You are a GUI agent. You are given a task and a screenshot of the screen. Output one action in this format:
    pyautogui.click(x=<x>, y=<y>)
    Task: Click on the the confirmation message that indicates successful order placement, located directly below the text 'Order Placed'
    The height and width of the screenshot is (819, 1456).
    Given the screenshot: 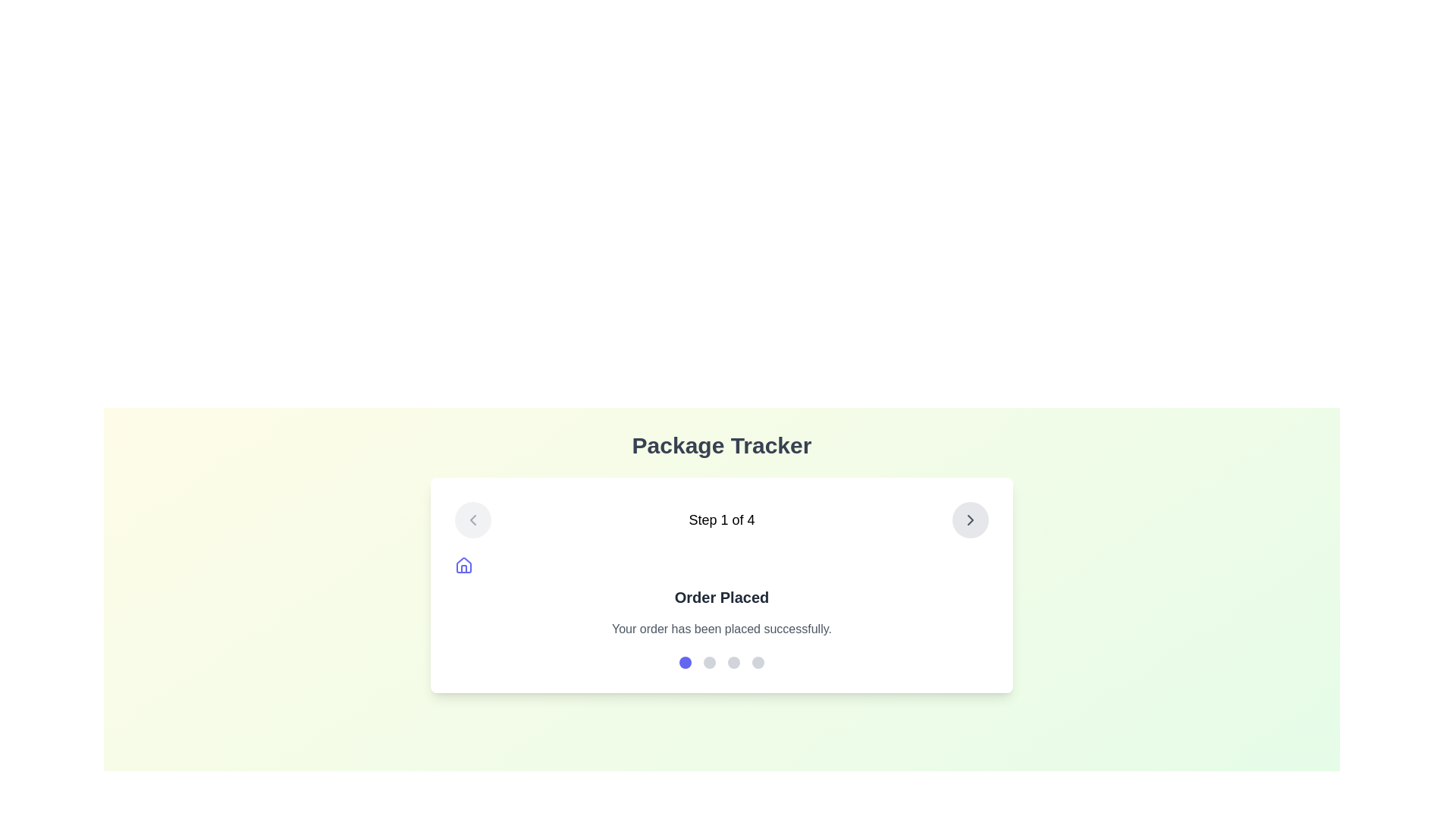 What is the action you would take?
    pyautogui.click(x=720, y=629)
    